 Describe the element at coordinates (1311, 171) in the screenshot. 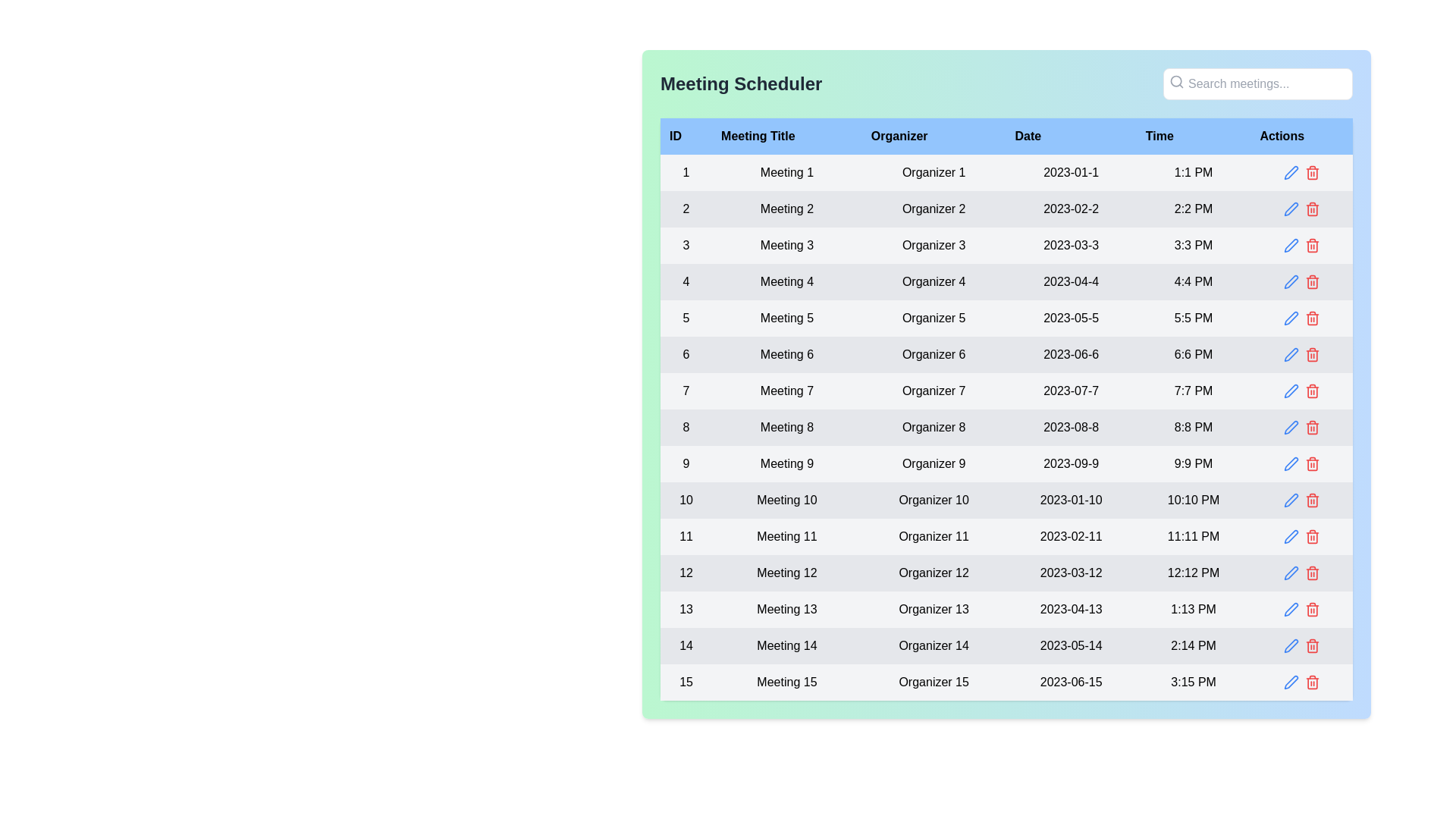

I see `the delete icon button located in the 'Actions' column of the data table, specifically the second icon after the edit icon` at that location.